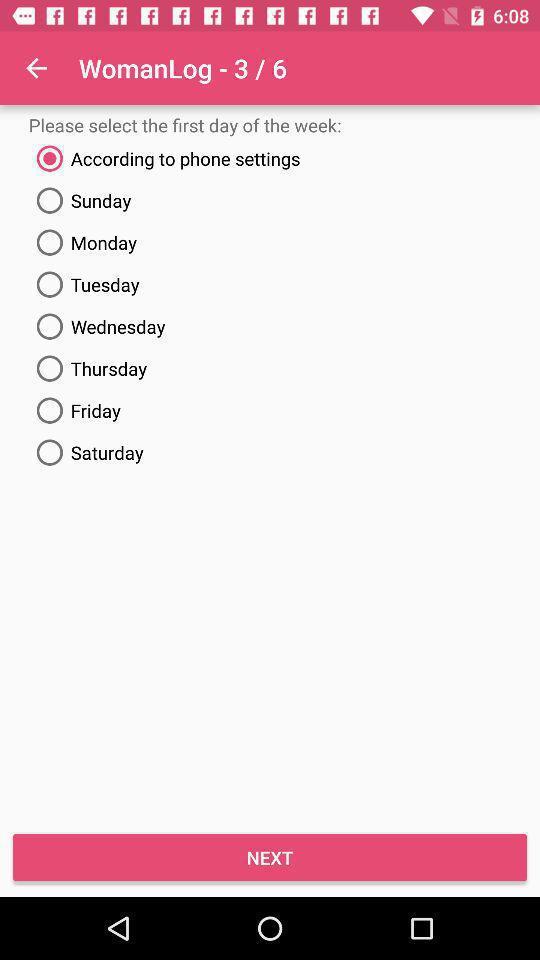 The width and height of the screenshot is (540, 960). What do you see at coordinates (270, 283) in the screenshot?
I see `tuesday item` at bounding box center [270, 283].